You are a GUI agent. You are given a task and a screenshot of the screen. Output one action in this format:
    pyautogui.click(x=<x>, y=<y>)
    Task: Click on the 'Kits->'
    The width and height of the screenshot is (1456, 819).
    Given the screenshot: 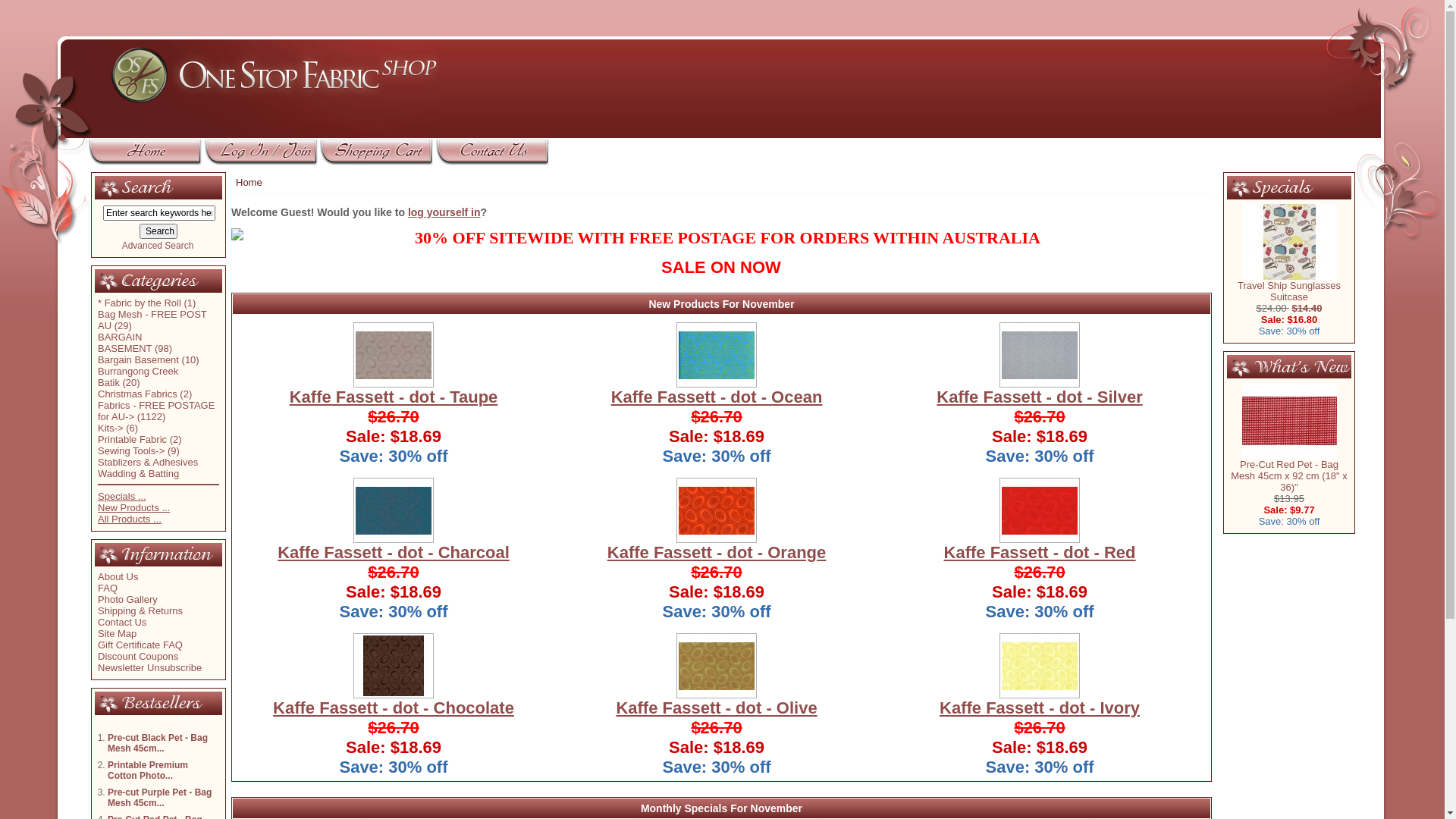 What is the action you would take?
    pyautogui.click(x=109, y=428)
    